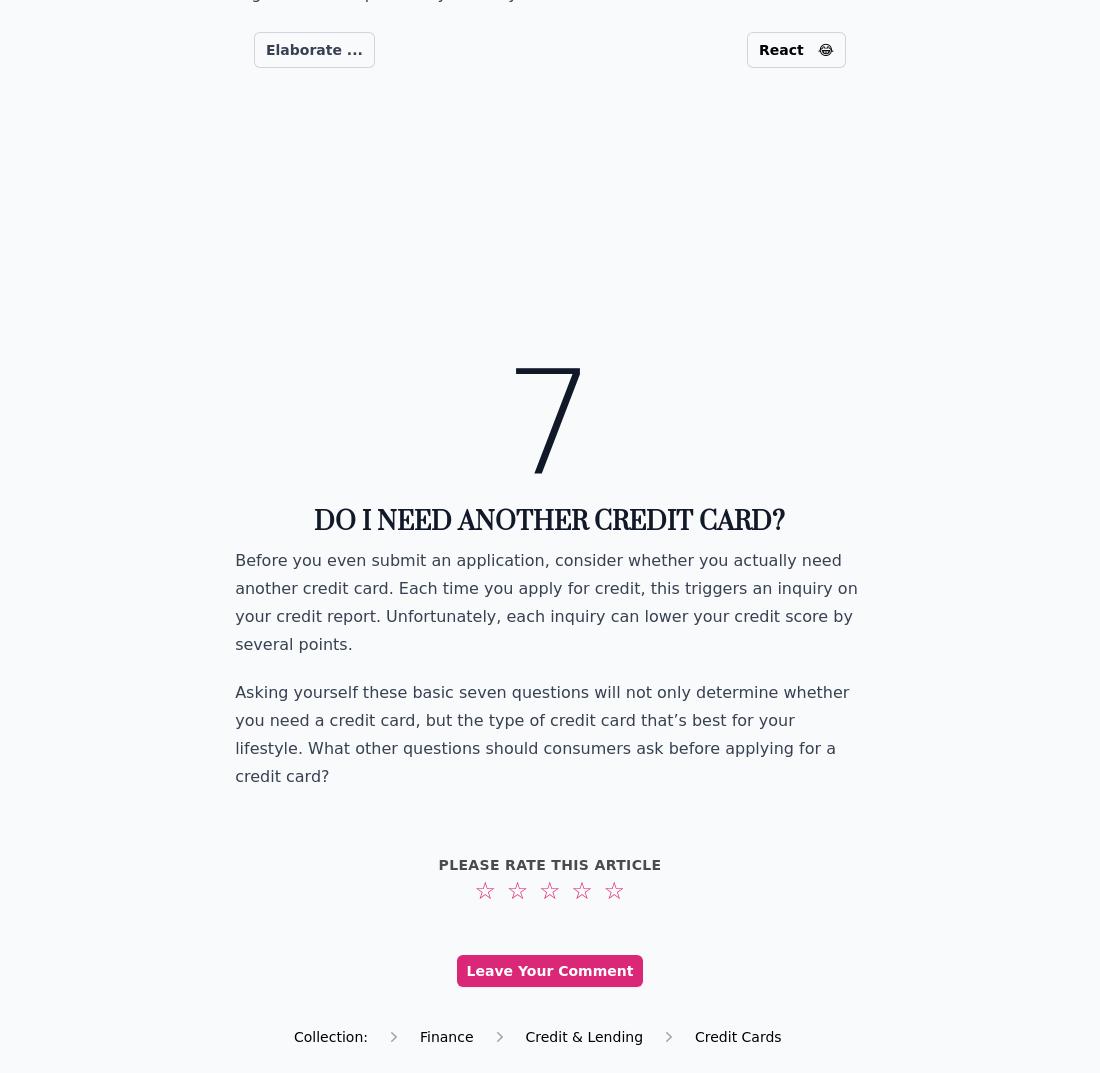 This screenshot has width=1100, height=1073. What do you see at coordinates (758, 48) in the screenshot?
I see `'React'` at bounding box center [758, 48].